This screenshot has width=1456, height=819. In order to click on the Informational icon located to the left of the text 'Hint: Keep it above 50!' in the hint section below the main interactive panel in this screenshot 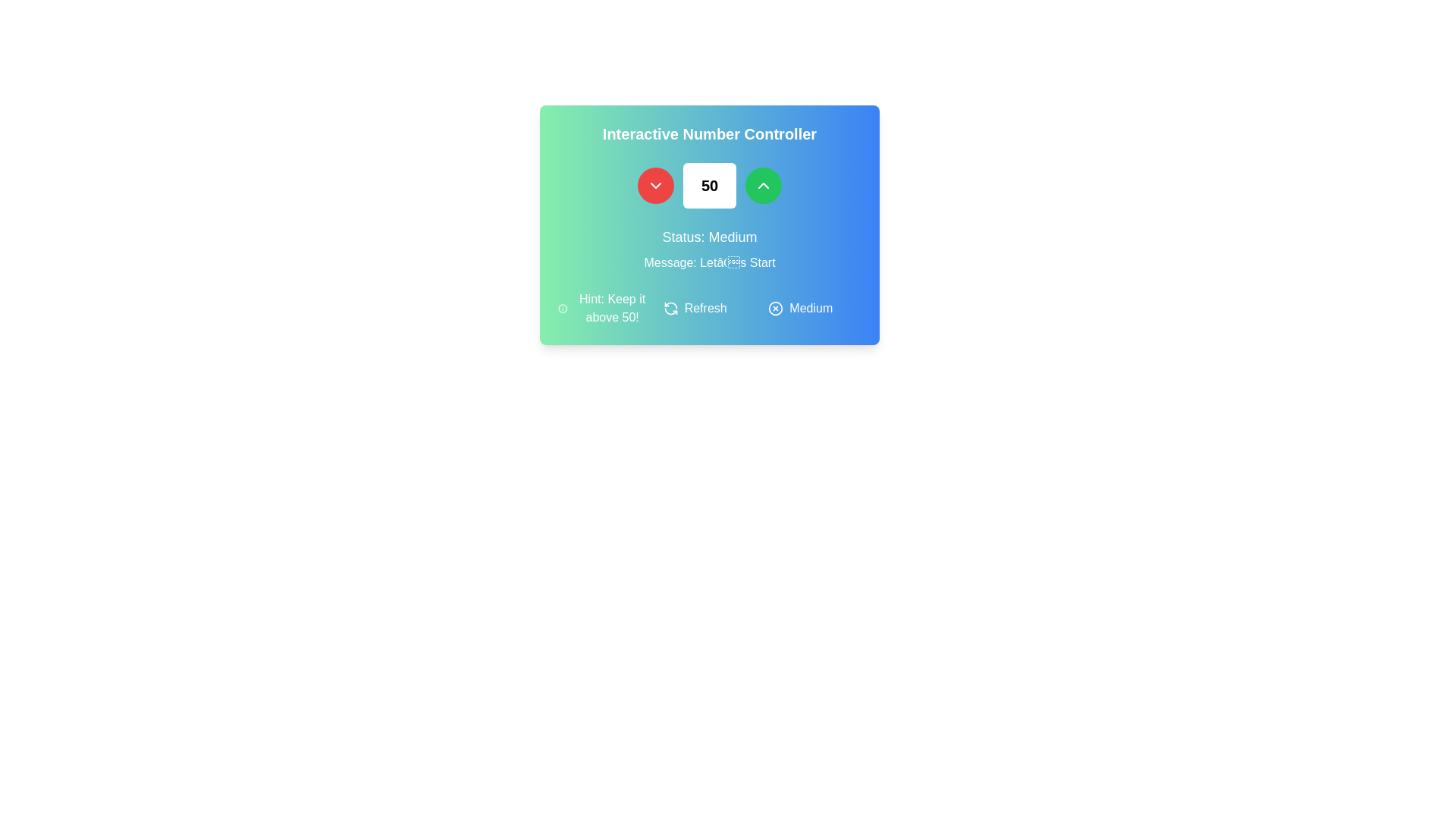, I will do `click(562, 308)`.